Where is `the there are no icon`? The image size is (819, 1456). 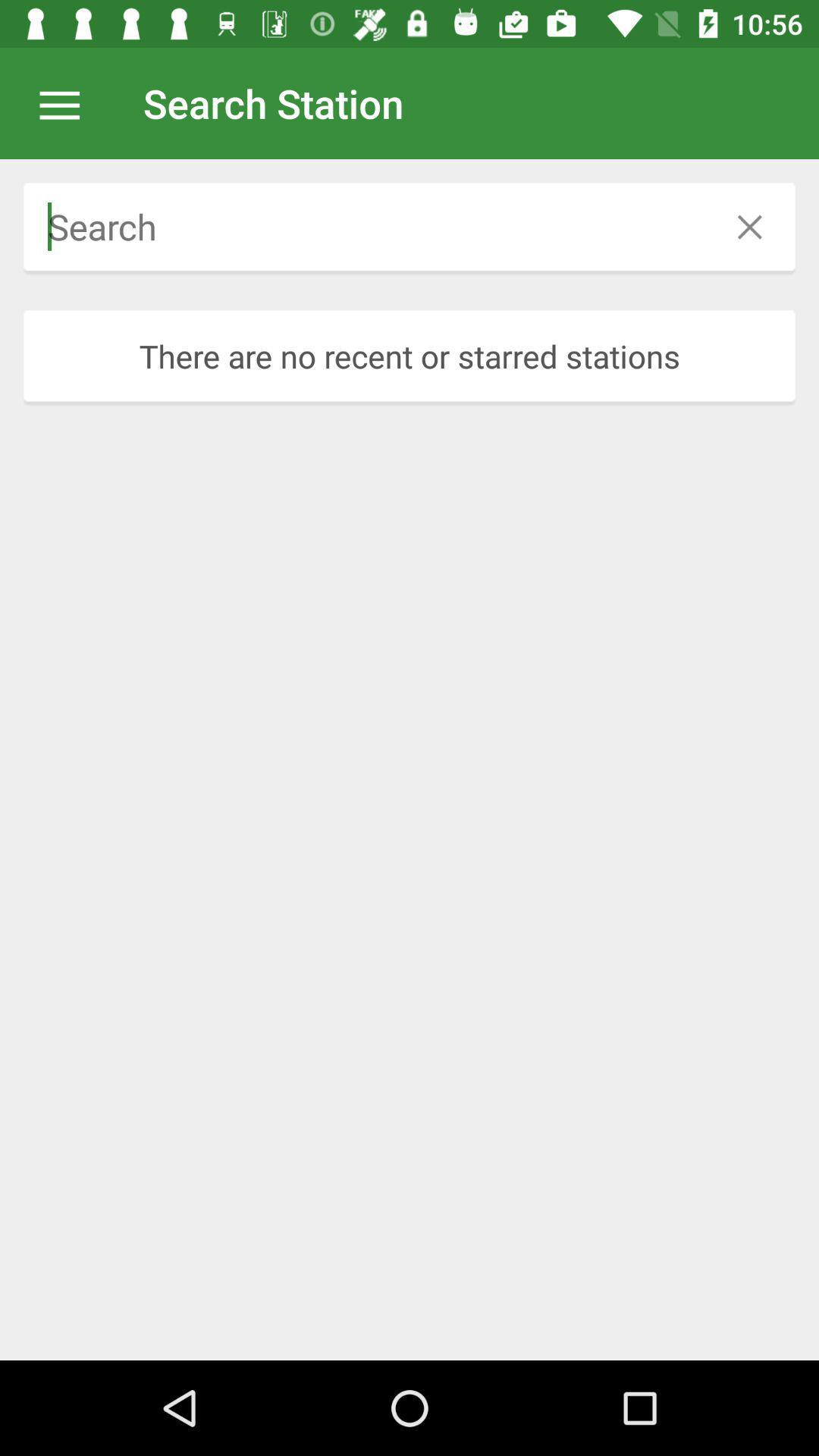
the there are no icon is located at coordinates (409, 355).